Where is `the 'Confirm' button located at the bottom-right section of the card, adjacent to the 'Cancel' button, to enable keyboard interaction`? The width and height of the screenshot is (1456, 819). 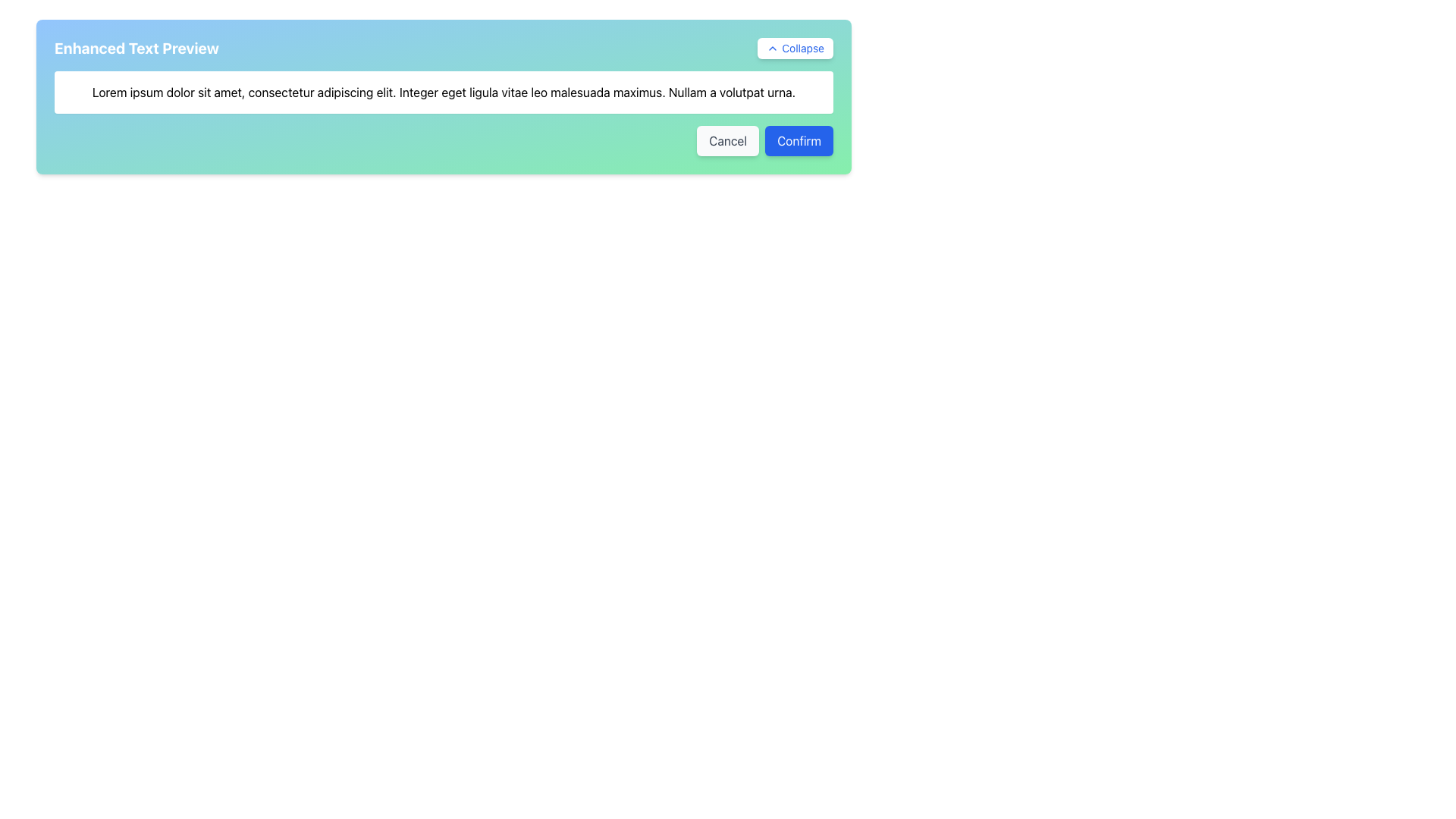
the 'Confirm' button located at the bottom-right section of the card, adjacent to the 'Cancel' button, to enable keyboard interaction is located at coordinates (799, 140).